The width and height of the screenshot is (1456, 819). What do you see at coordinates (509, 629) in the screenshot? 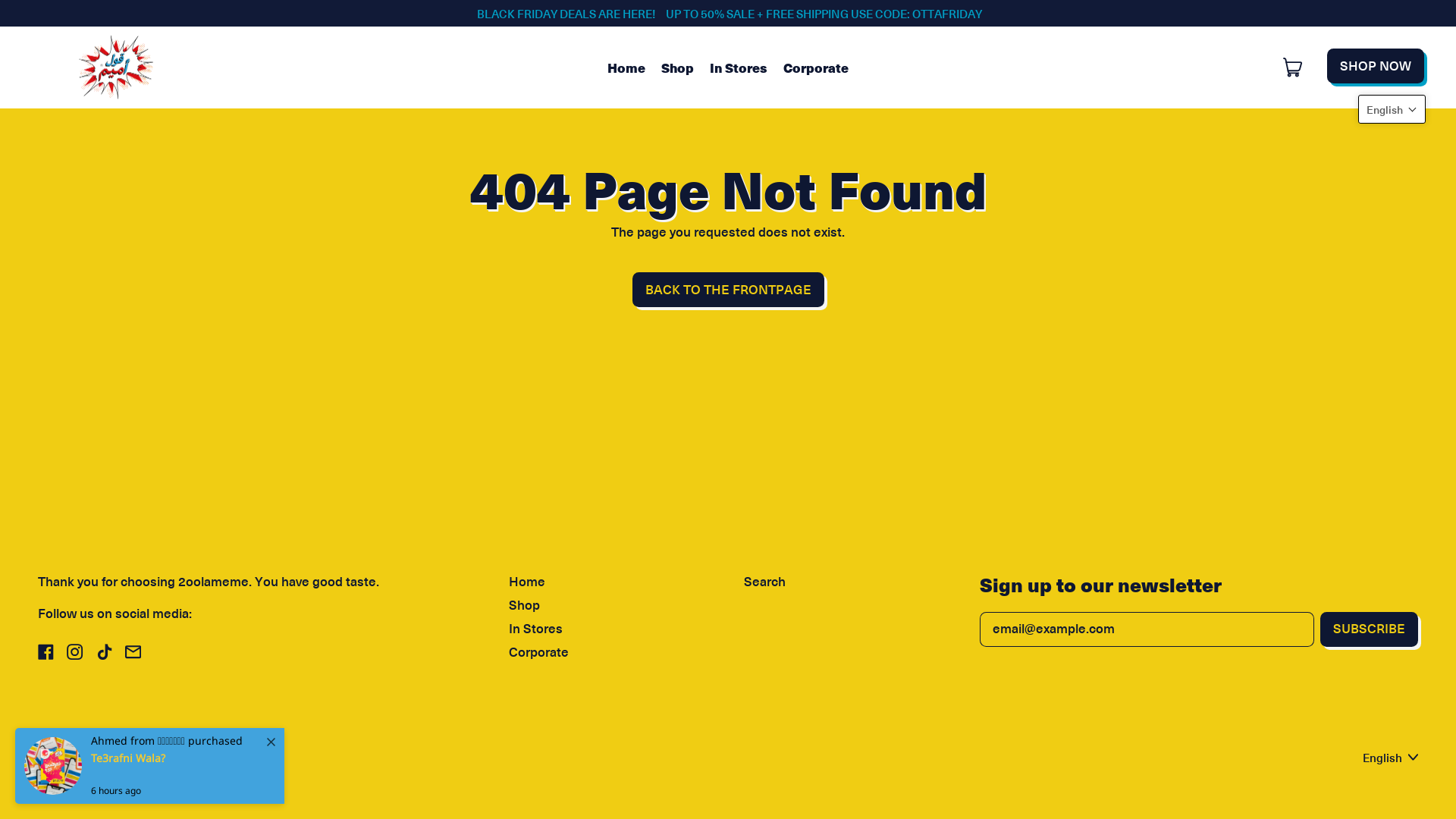
I see `'In Stores'` at bounding box center [509, 629].